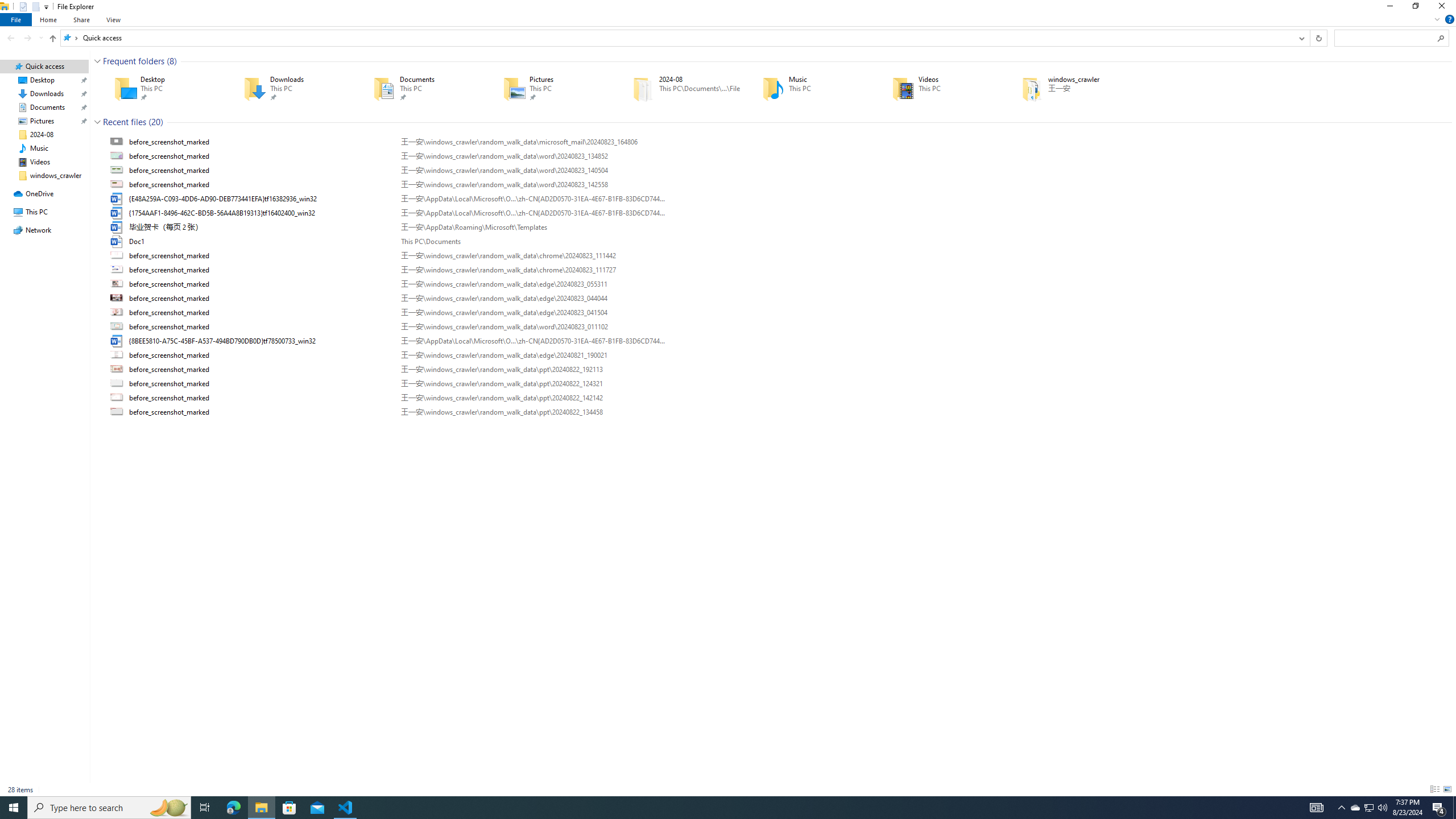 The image size is (1456, 819). Describe the element at coordinates (940, 88) in the screenshot. I see `'Videos'` at that location.